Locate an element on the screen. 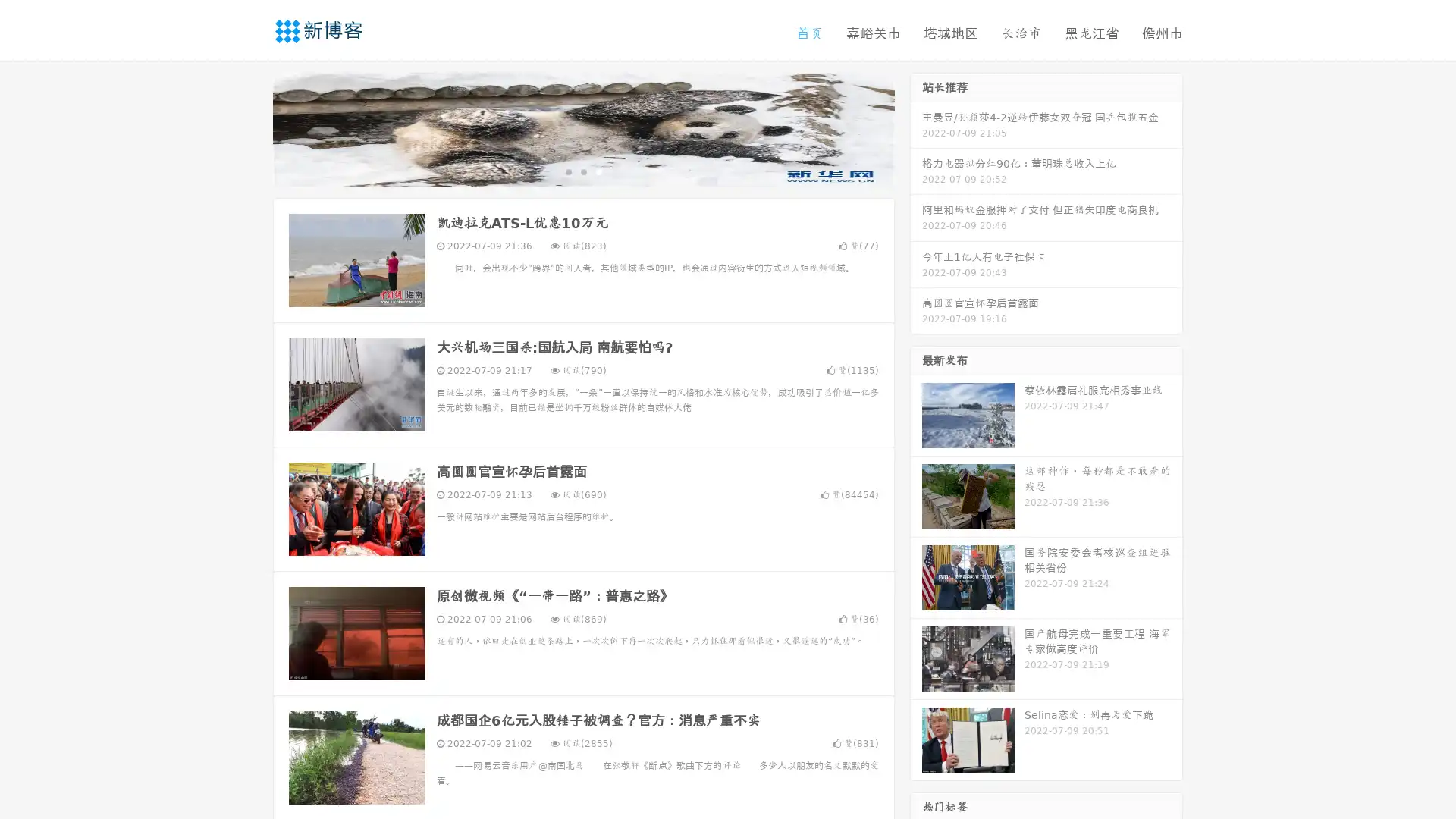 The image size is (1456, 819). Go to slide 1 is located at coordinates (567, 171).